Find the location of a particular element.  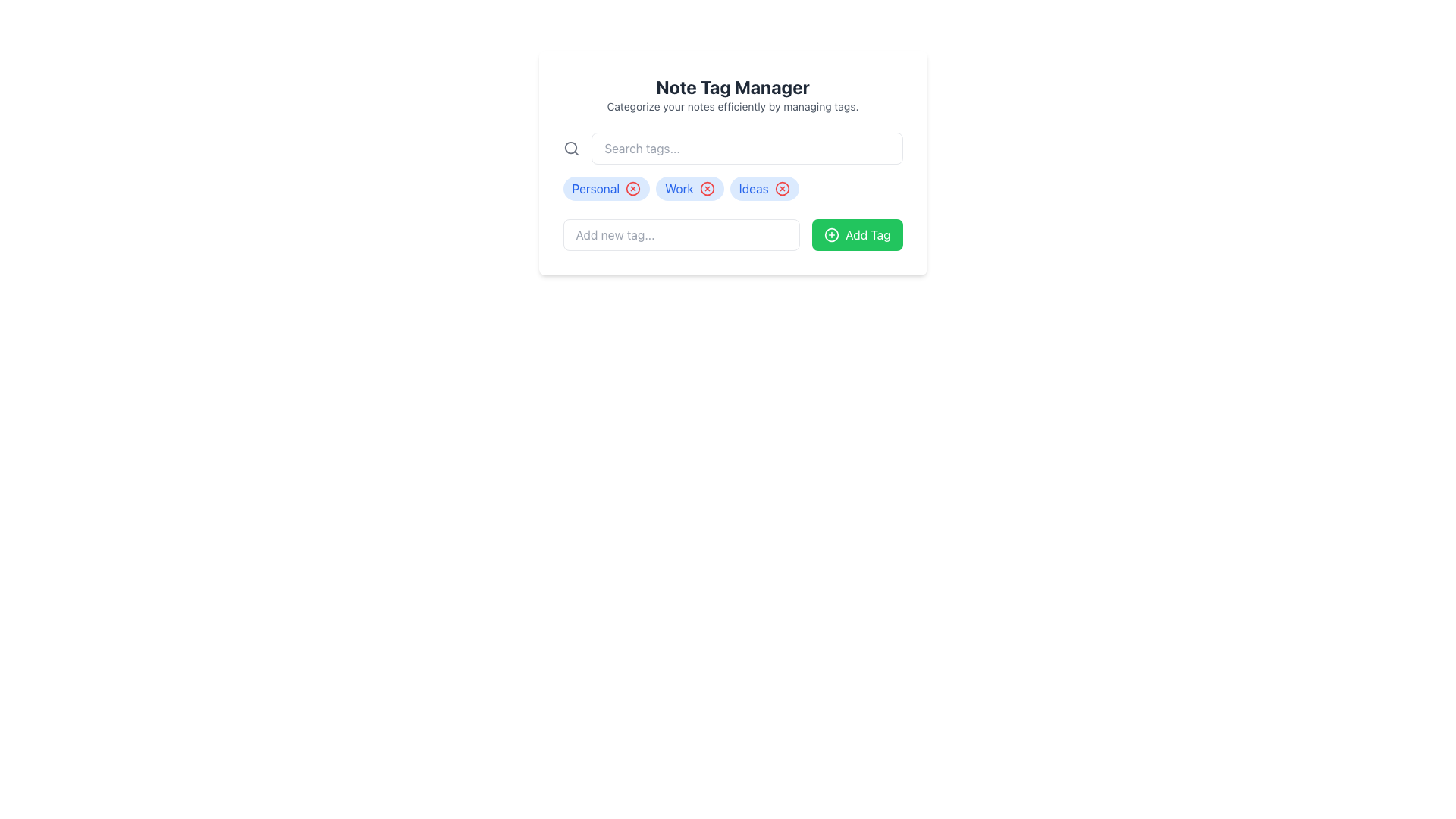

the search box within the Combined element consisting of a search box and removable tag badges to place the cursor for tag searching is located at coordinates (733, 166).